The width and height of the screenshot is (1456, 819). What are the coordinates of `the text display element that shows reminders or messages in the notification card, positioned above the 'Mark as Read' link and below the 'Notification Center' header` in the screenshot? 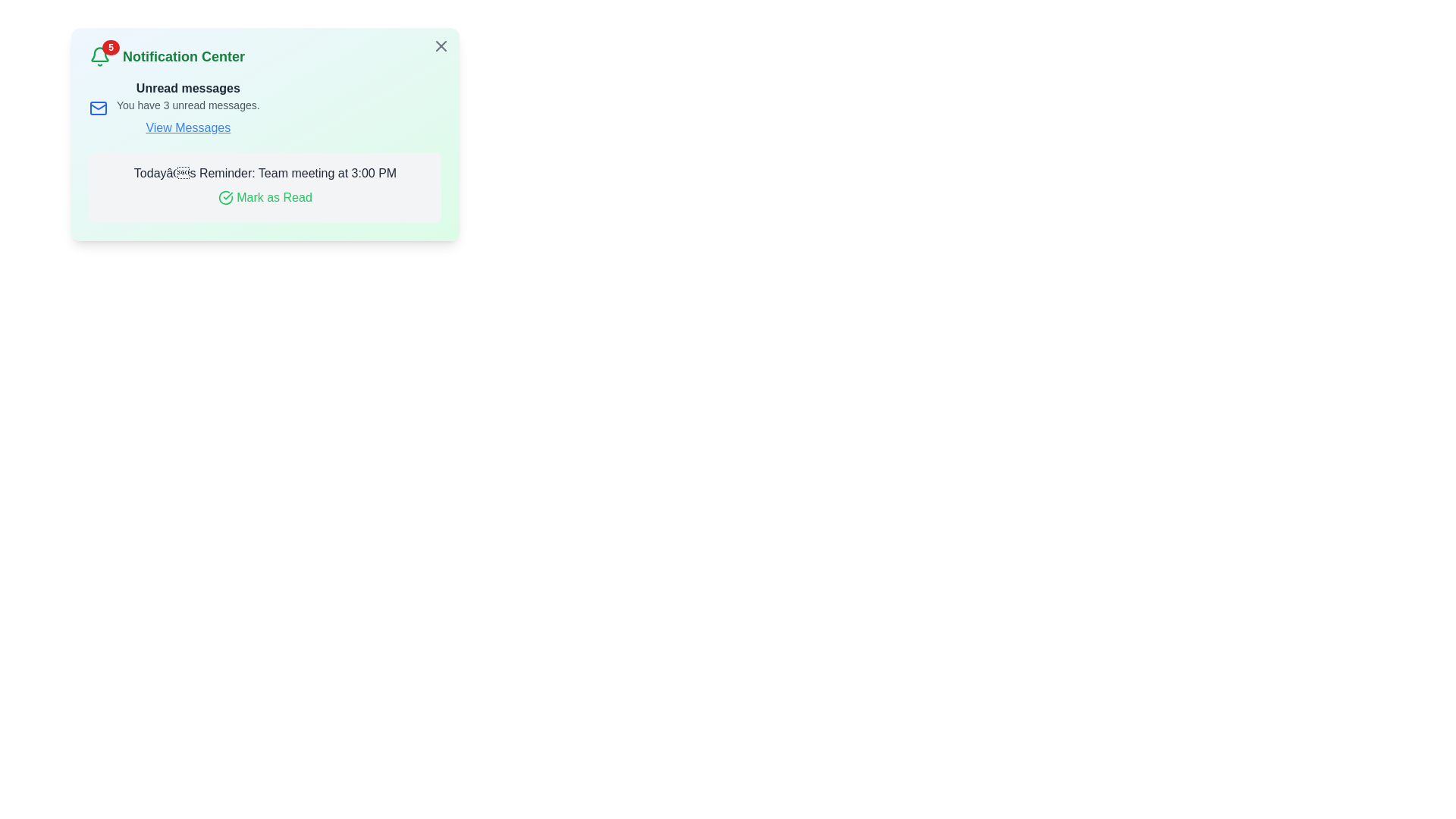 It's located at (265, 172).